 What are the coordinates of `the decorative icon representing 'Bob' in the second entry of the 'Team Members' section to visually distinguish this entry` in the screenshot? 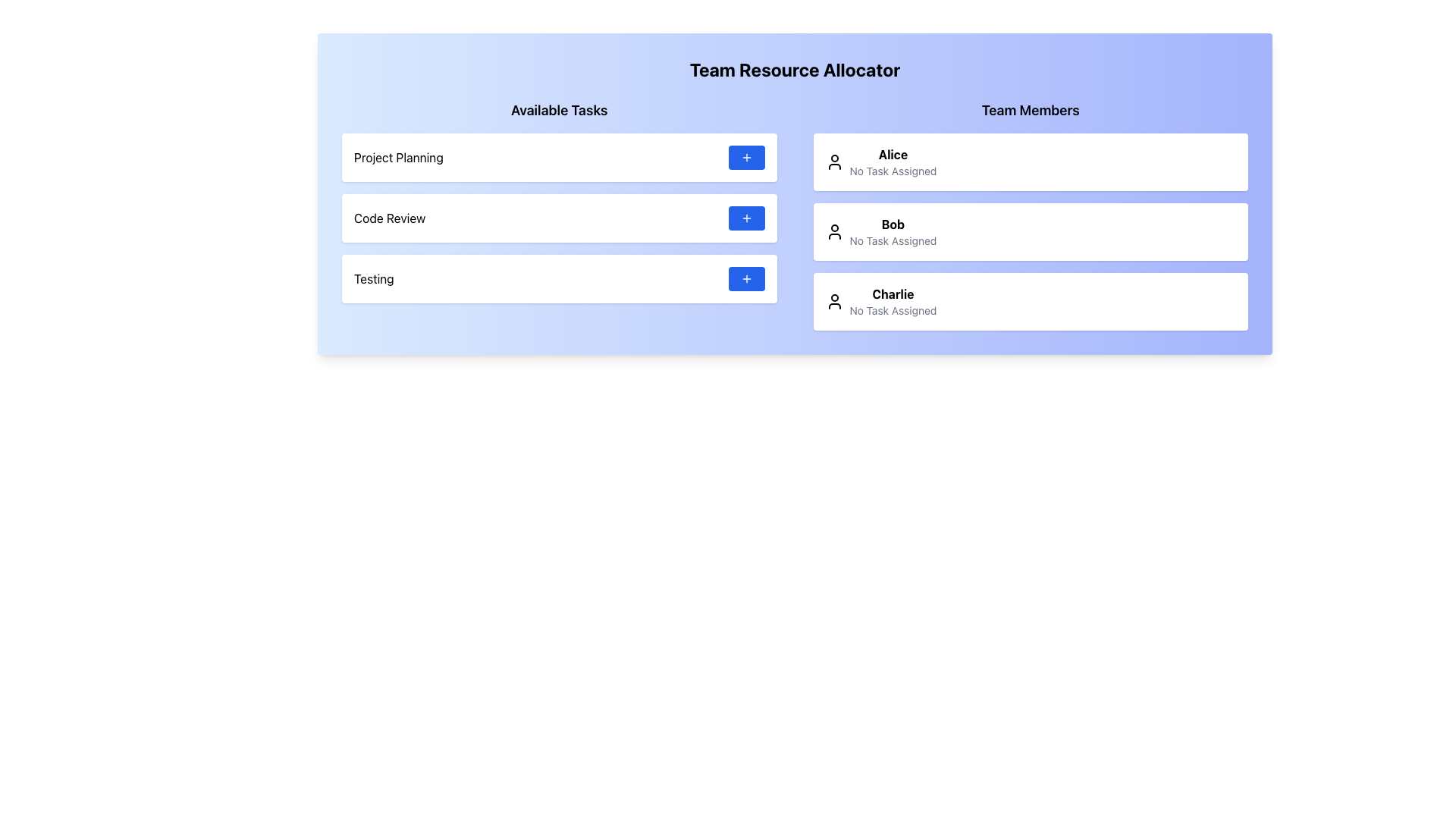 It's located at (833, 231).